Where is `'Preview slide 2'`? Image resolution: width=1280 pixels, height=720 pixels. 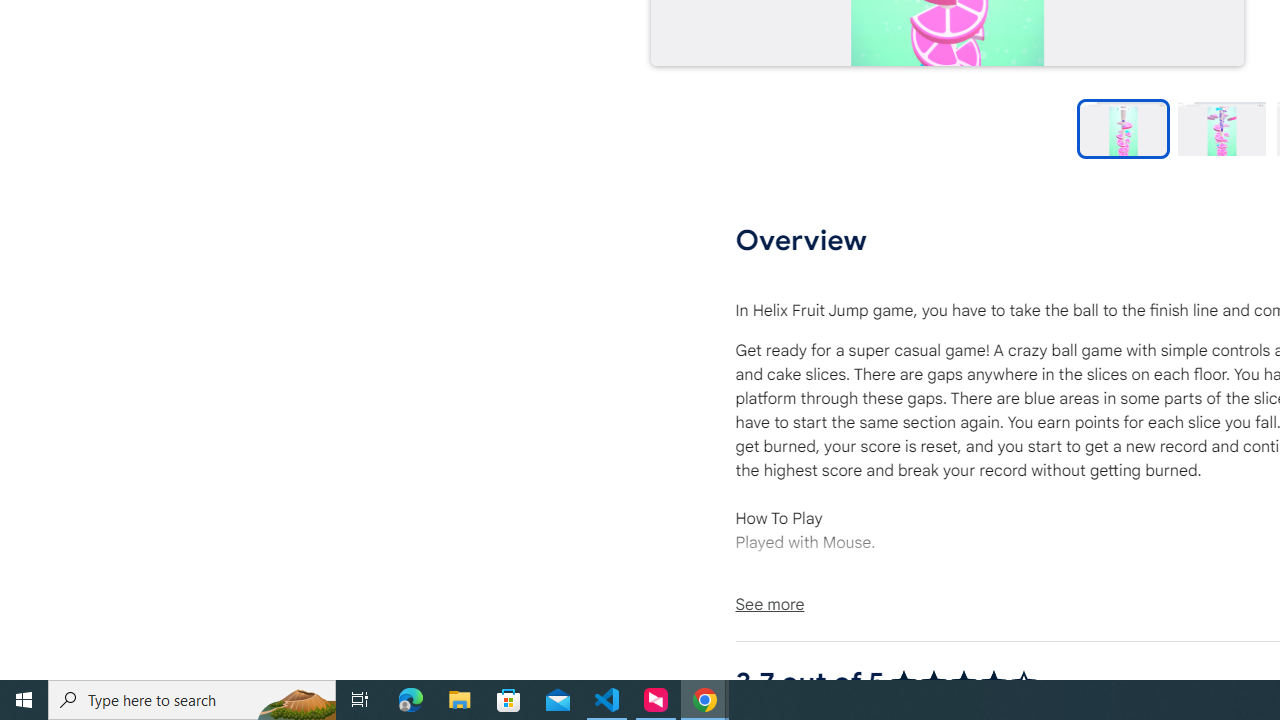 'Preview slide 2' is located at coordinates (1220, 128).